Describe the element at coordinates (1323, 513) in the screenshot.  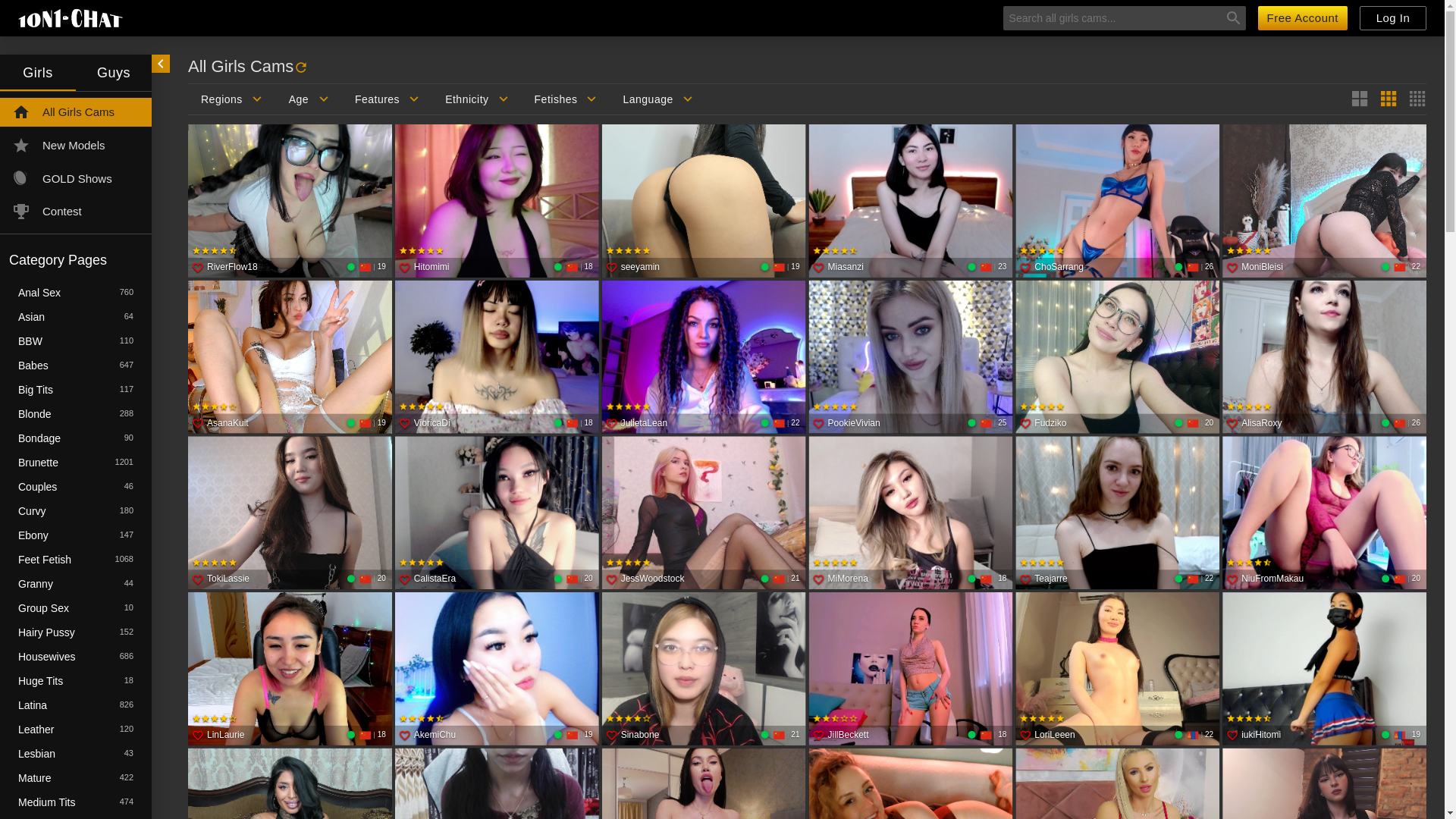
I see `'NiuFromMakau` at that location.